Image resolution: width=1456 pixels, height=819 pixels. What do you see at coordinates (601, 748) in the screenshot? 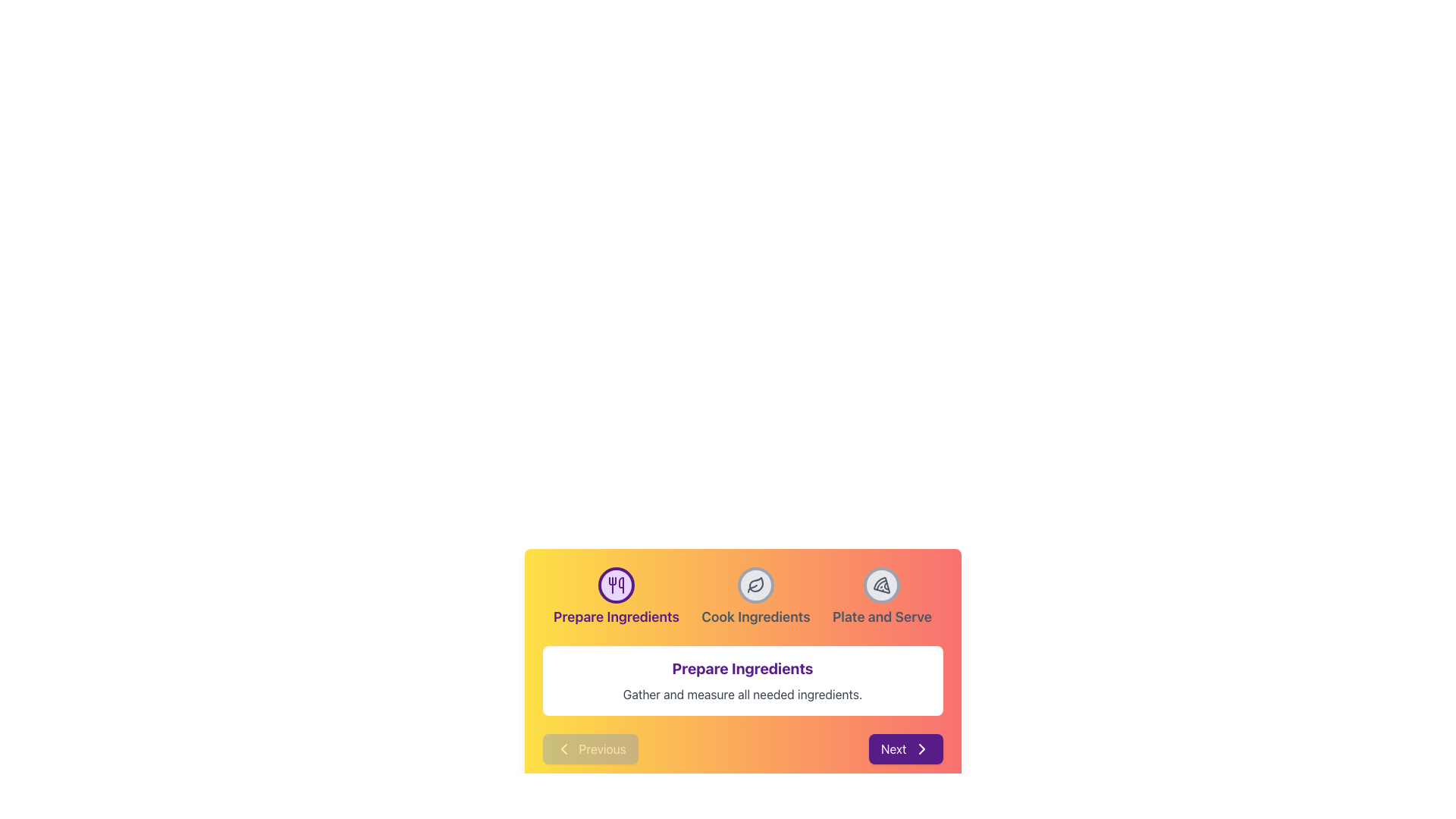
I see `text label that is positioned within the 'Previous' navigation button, which is located centrally inside the button layout next to a left-pointing chevron icon` at bounding box center [601, 748].